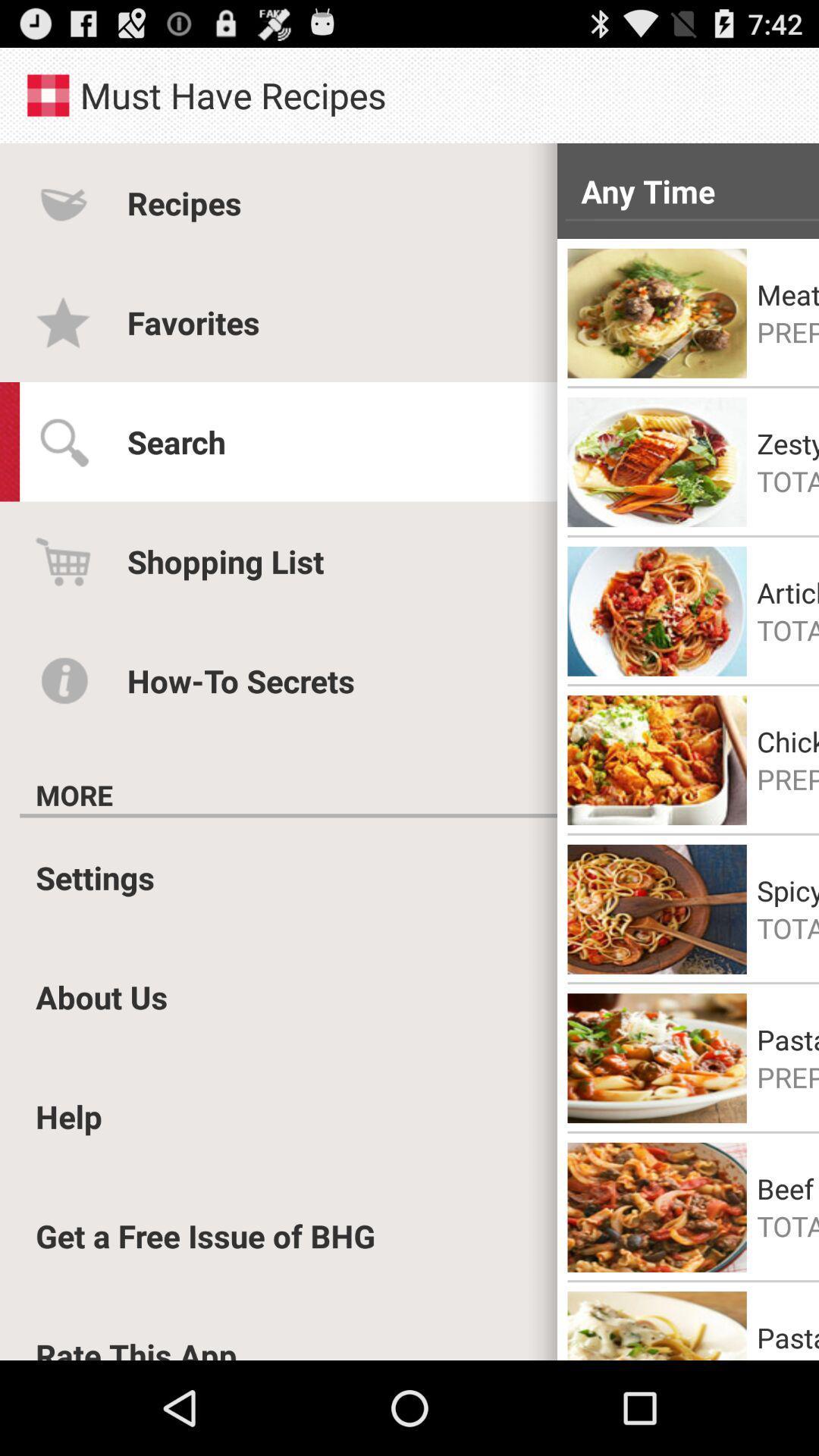 This screenshot has width=819, height=1456. What do you see at coordinates (288, 814) in the screenshot?
I see `app below the more app` at bounding box center [288, 814].